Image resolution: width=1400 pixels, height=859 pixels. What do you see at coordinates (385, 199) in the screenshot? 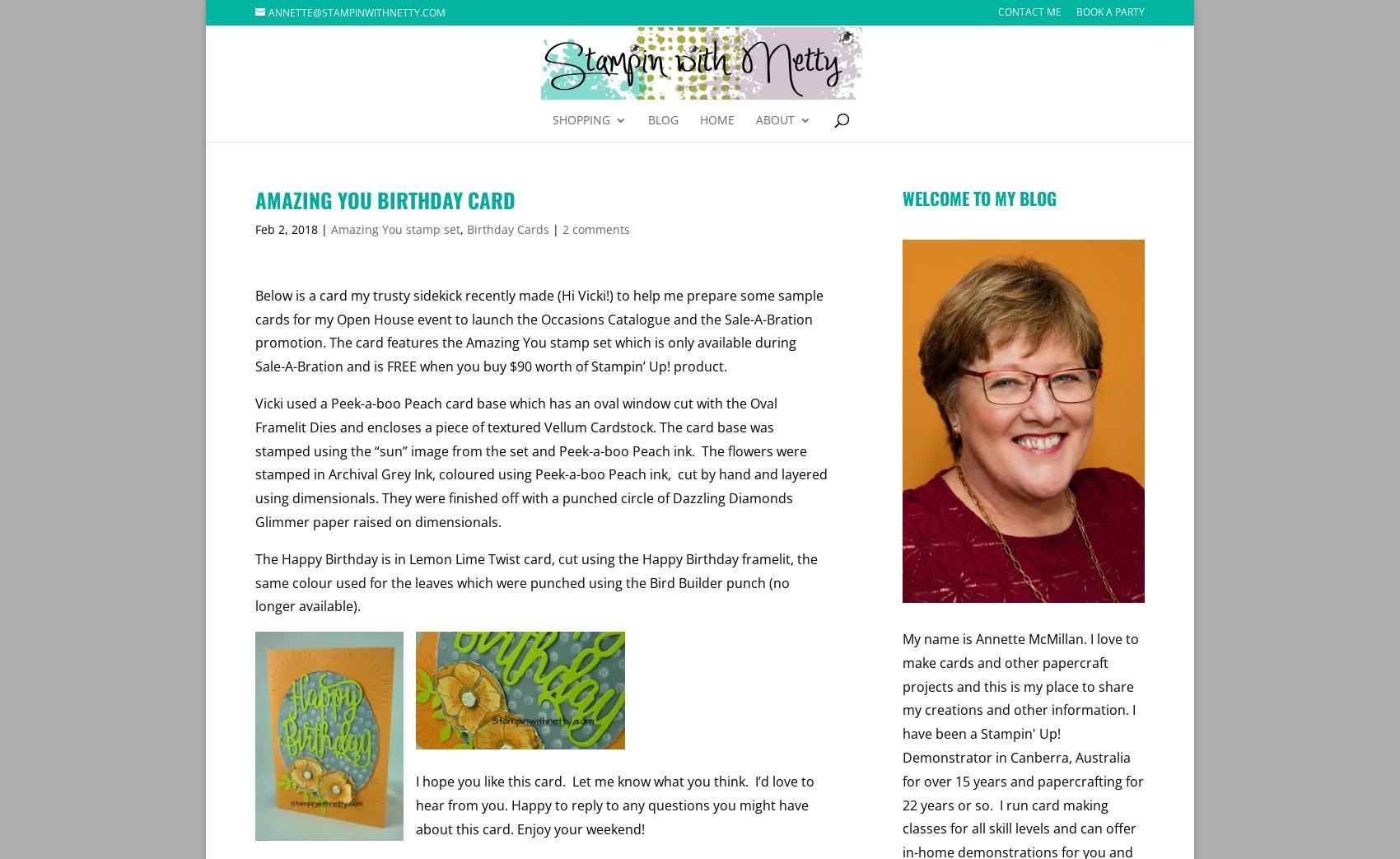
I see `'Amazing You Birthday Card'` at bounding box center [385, 199].